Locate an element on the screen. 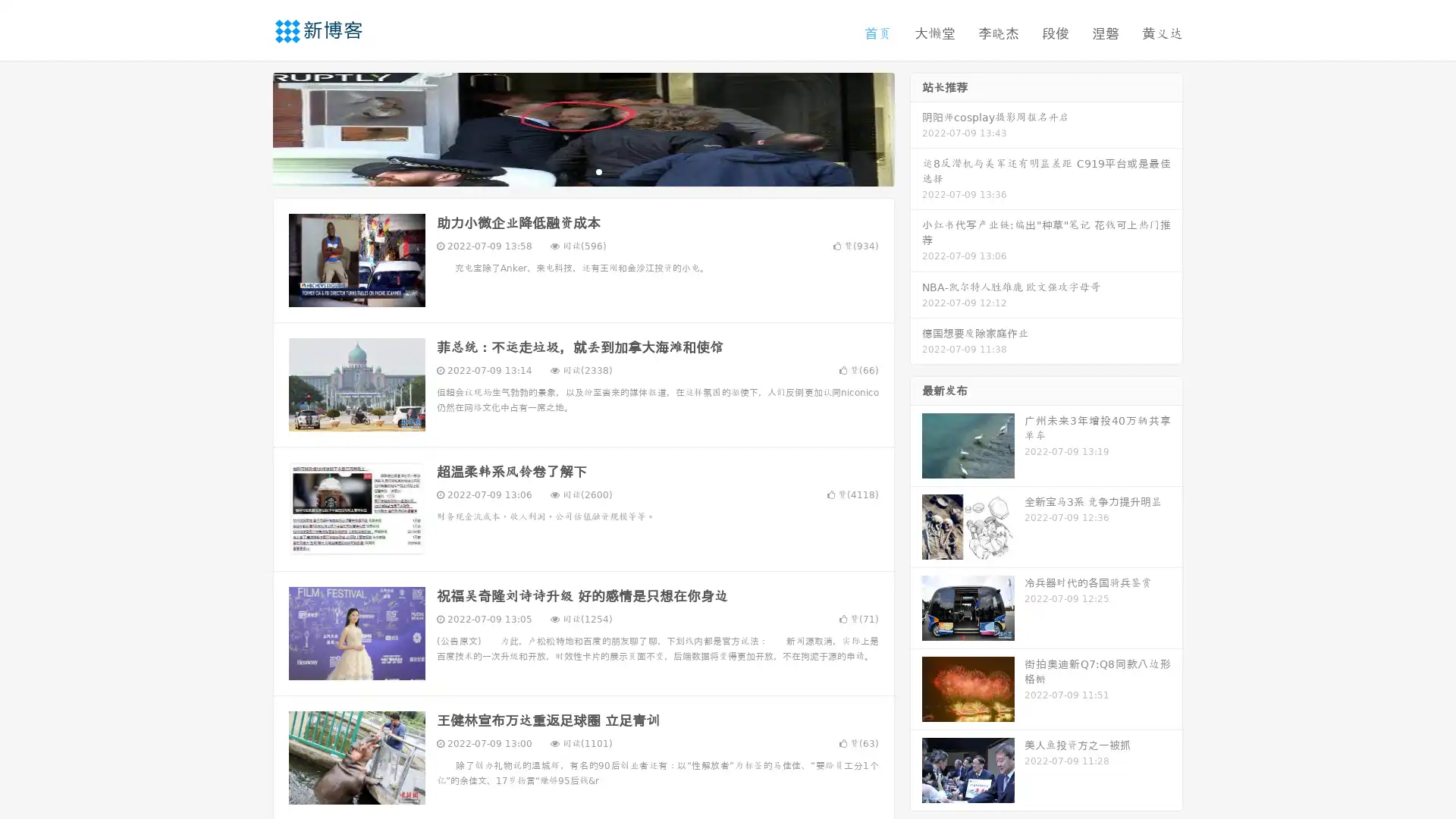  Go to slide 3 is located at coordinates (598, 171).